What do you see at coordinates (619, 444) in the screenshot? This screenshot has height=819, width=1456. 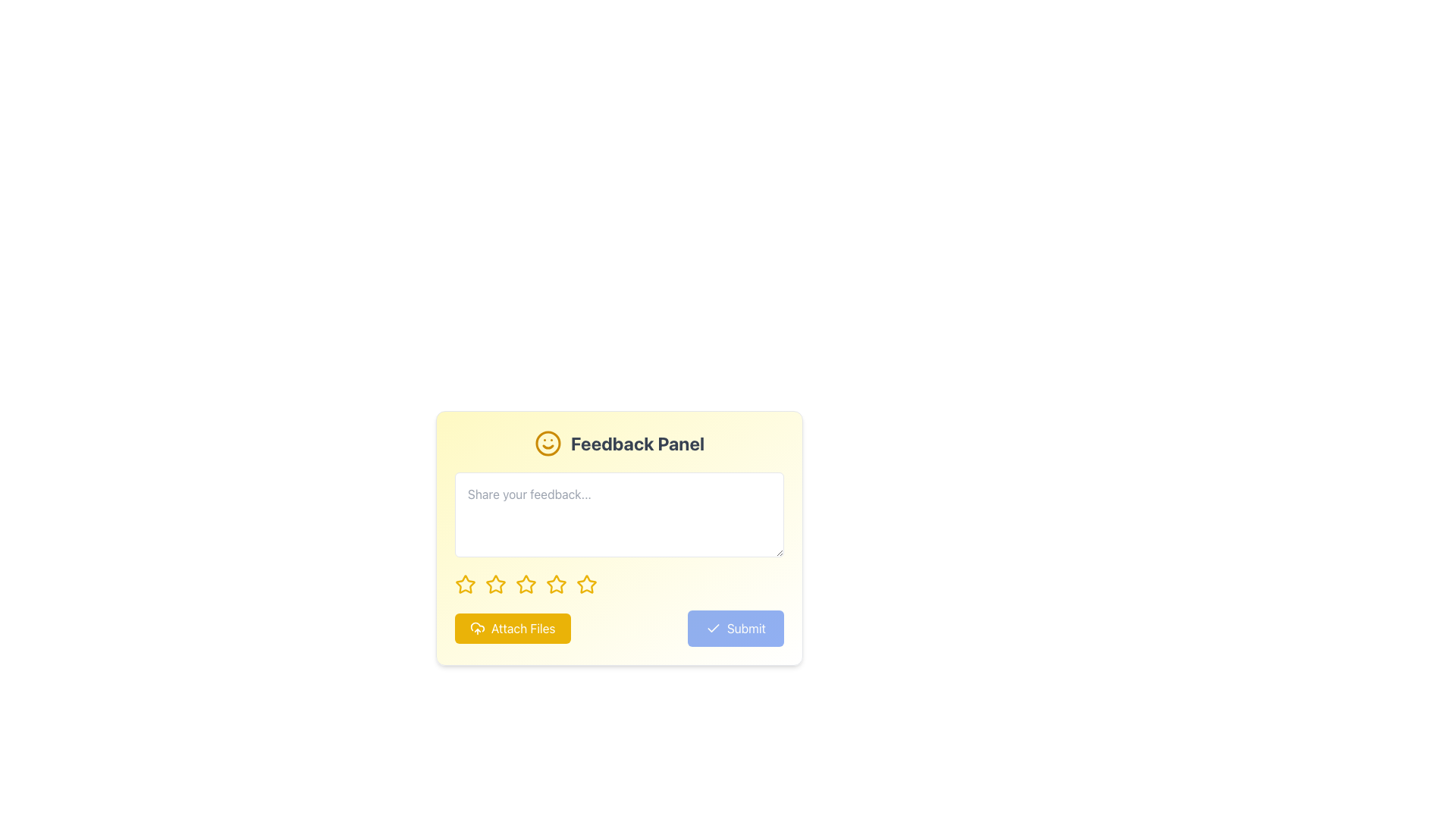 I see `the Text Label with Icon that features a smiley face and the bold text 'Feedback Panel', located at the top of the 'Feedback Panel' interface` at bounding box center [619, 444].